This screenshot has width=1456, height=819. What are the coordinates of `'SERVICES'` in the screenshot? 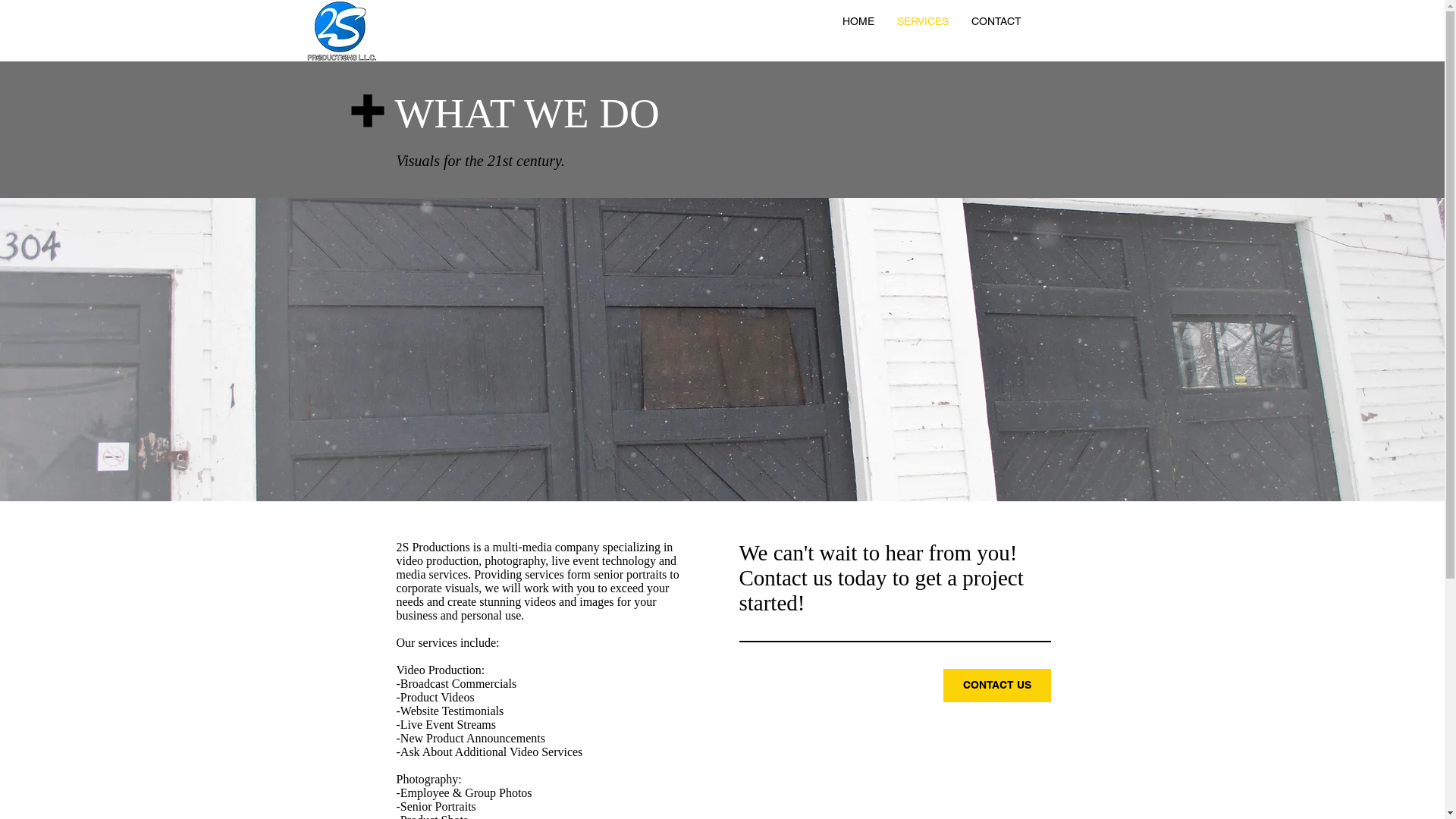 It's located at (922, 20).